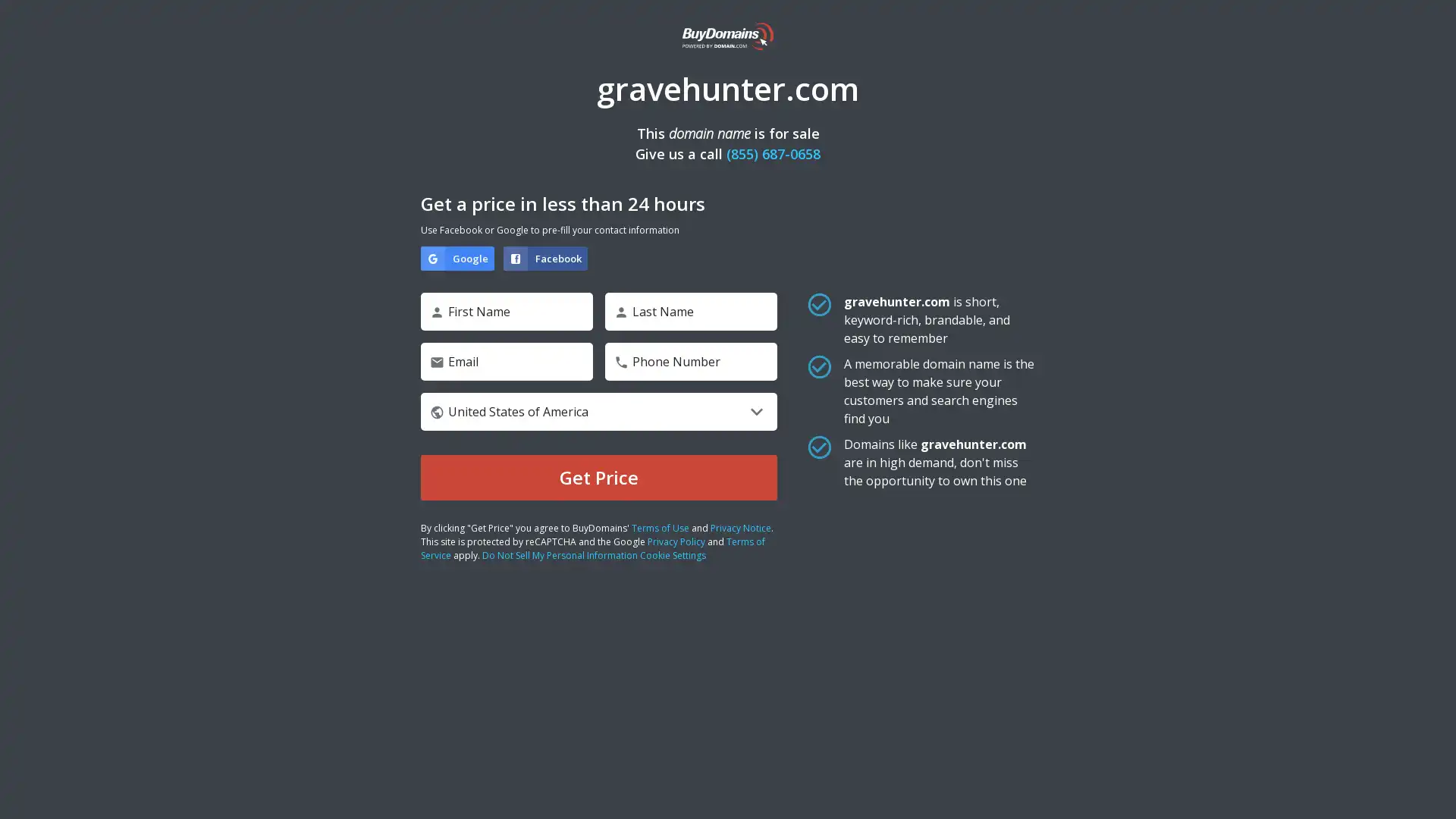  What do you see at coordinates (598, 476) in the screenshot?
I see `Get Price` at bounding box center [598, 476].